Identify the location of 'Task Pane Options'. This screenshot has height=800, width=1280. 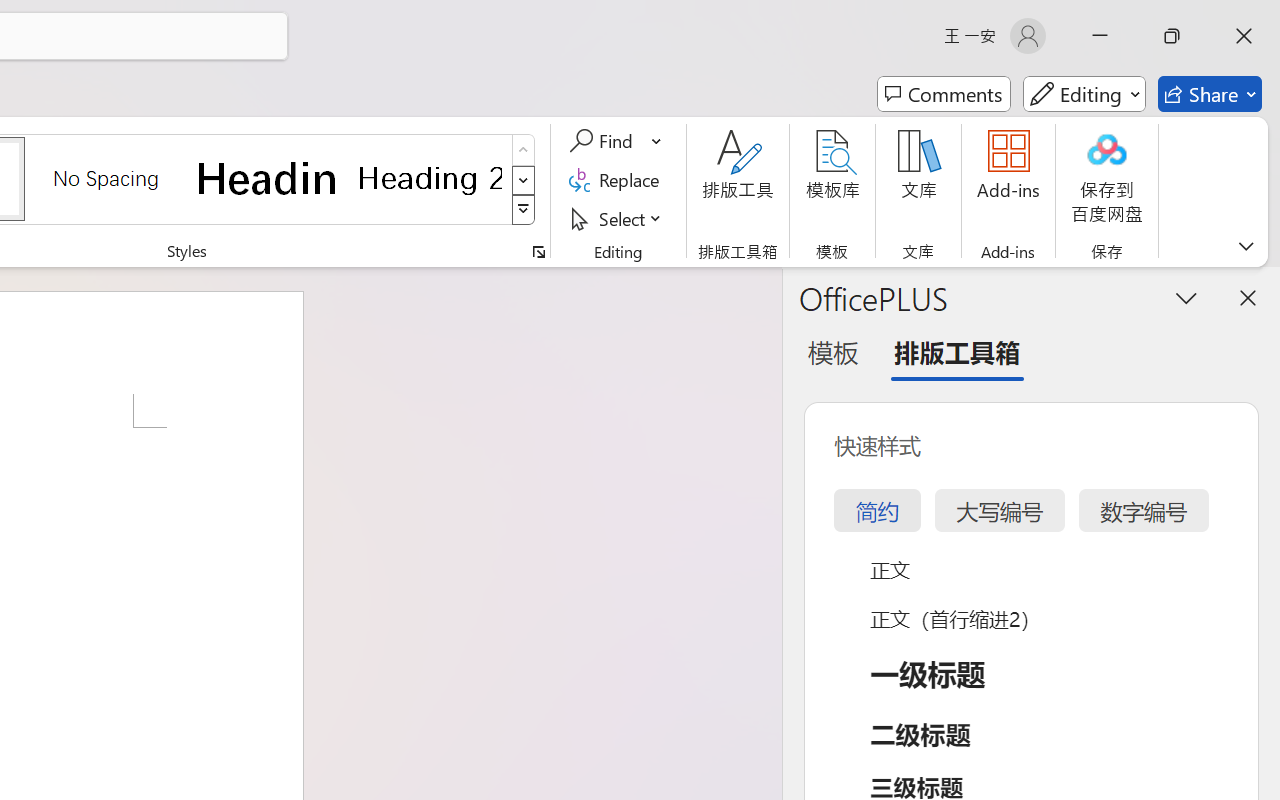
(1187, 297).